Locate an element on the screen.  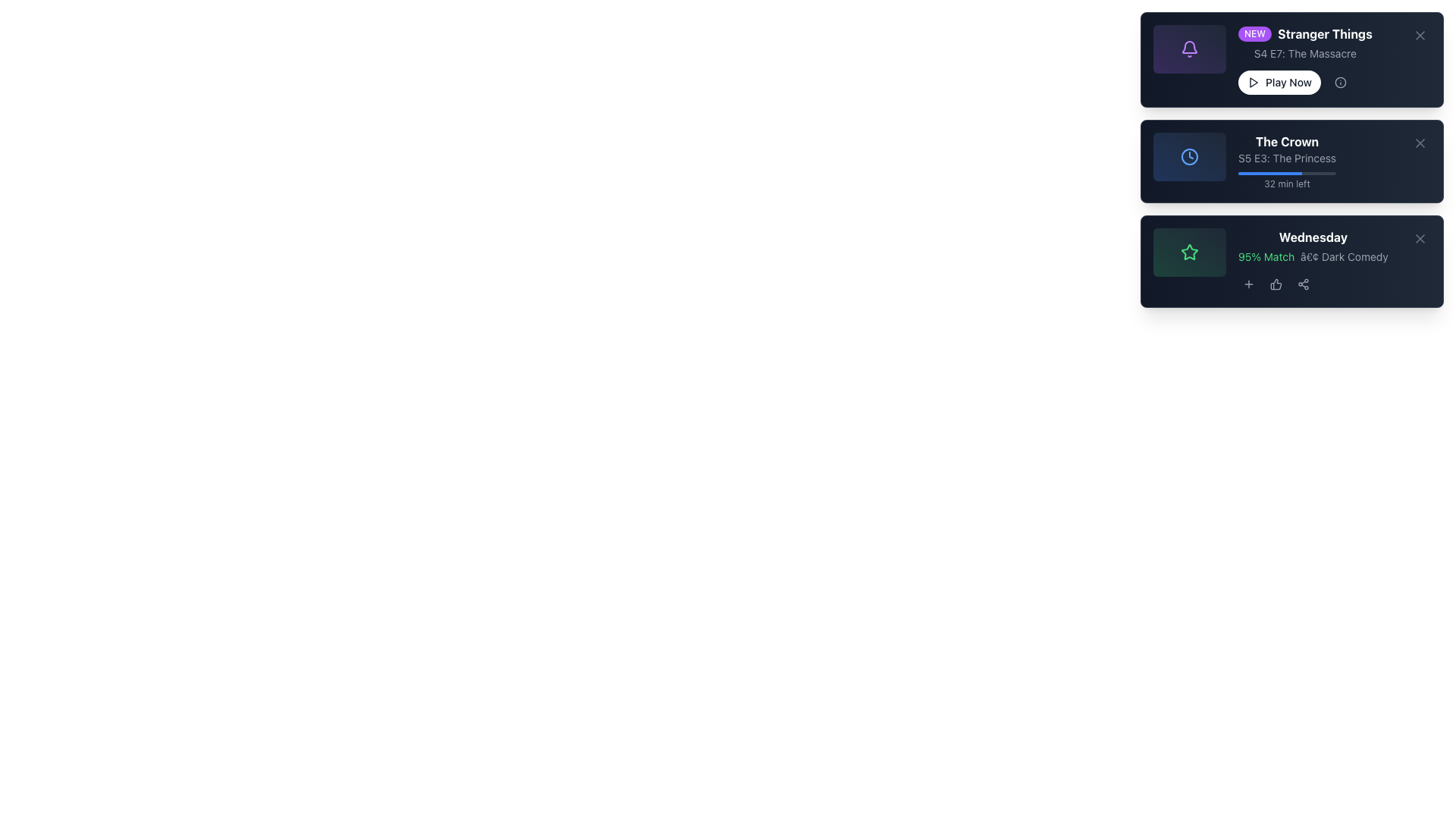
the decorative SVG circle element located in the upper-right section of the card-like structure at the top of the vertical stack is located at coordinates (1340, 82).